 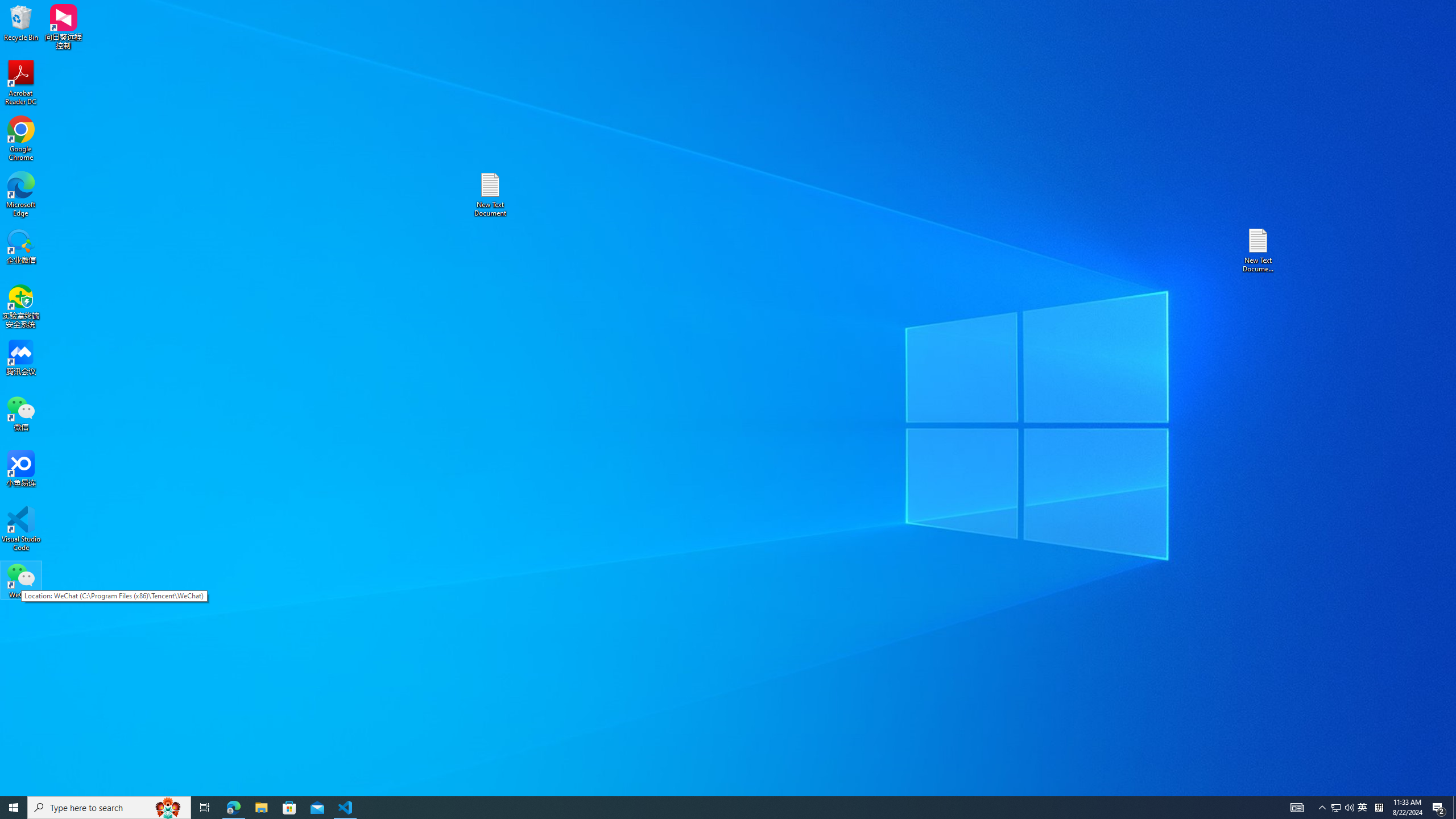 I want to click on 'WeChat', so click(x=20, y=580).